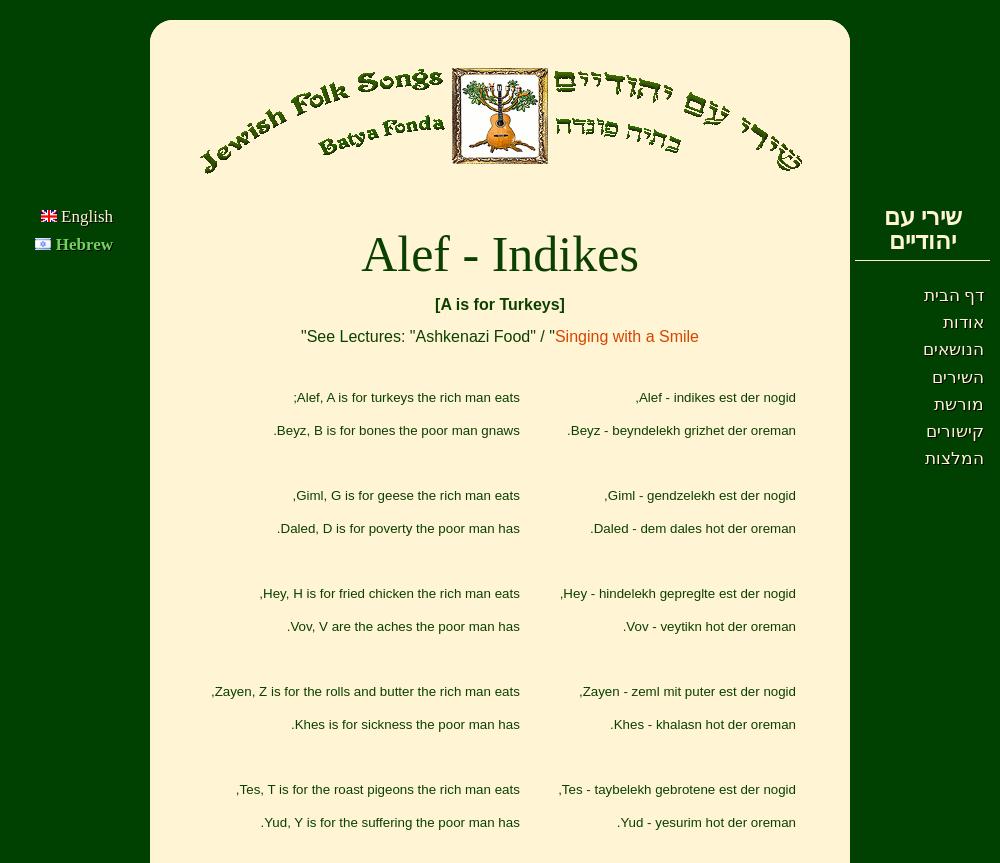 The width and height of the screenshot is (1000, 863). What do you see at coordinates (677, 788) in the screenshot?
I see `'Tes - taybelekh gebrotene est der nogid,'` at bounding box center [677, 788].